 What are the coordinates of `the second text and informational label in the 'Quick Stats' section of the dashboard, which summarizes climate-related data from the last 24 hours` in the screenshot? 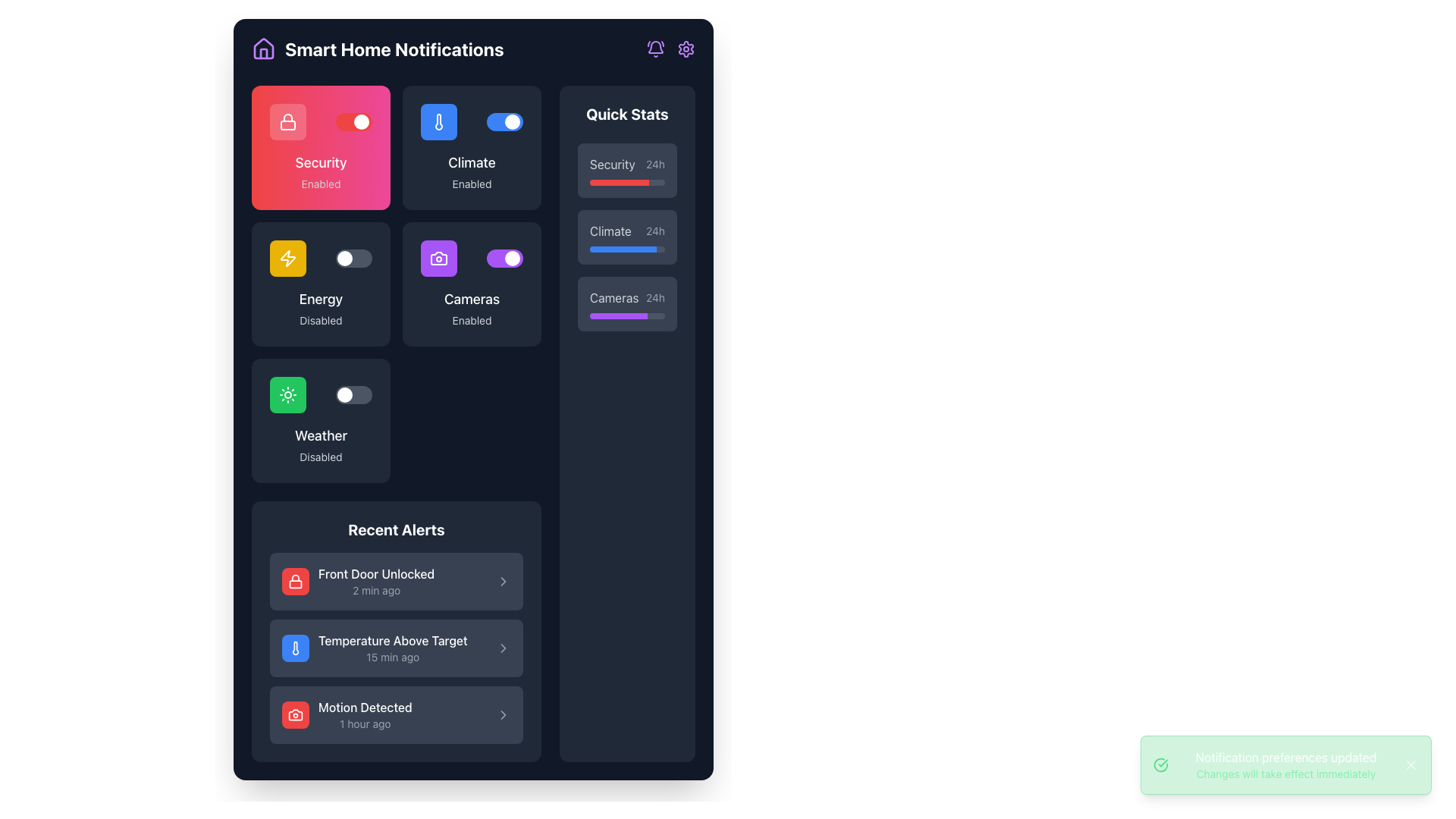 It's located at (627, 231).